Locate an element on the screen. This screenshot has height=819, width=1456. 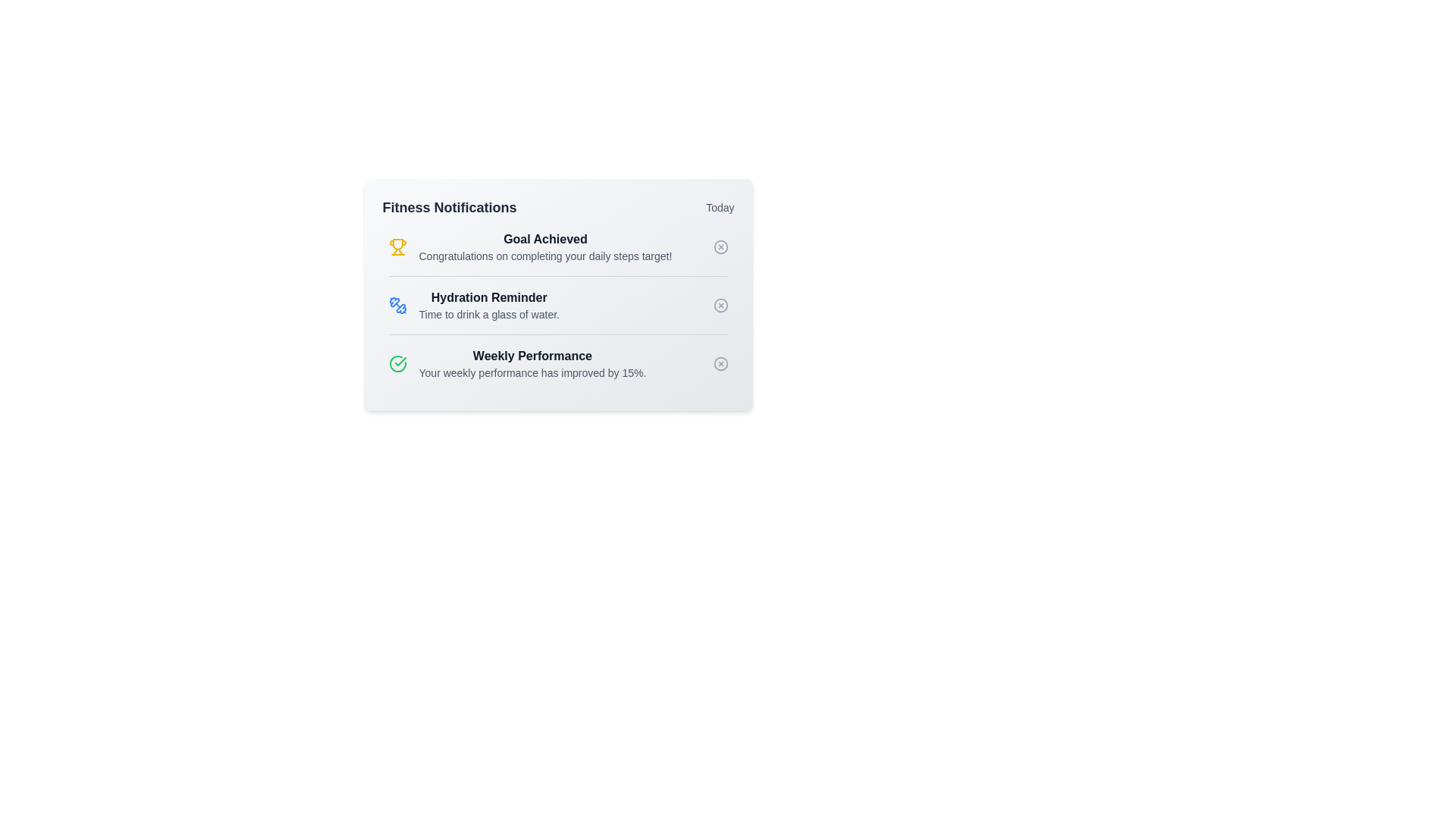
the 'Hydration Reminder' icon located on the left side of its list item in the notification card, which visually represents the notification topic is located at coordinates (397, 305).